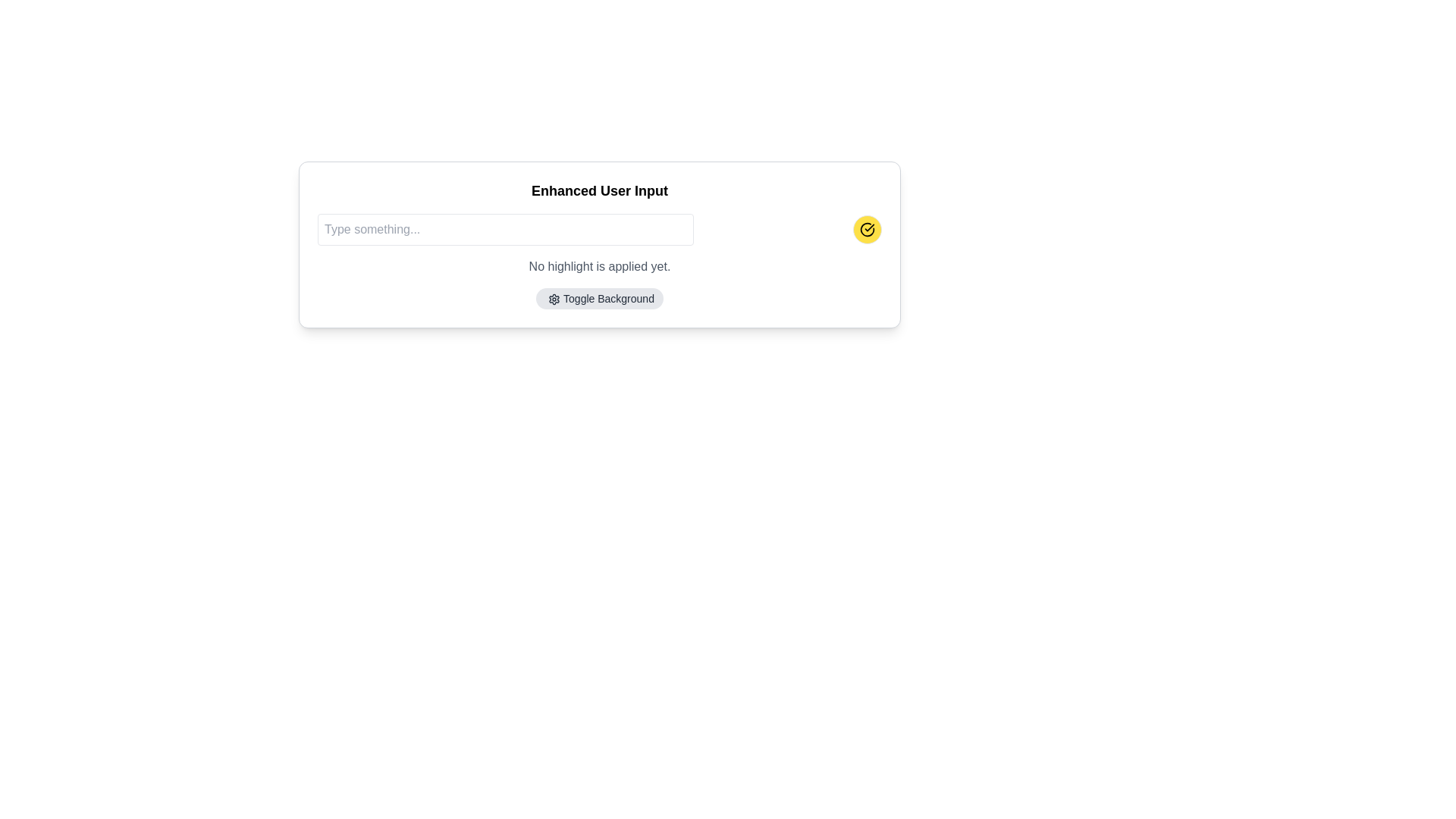 This screenshot has width=1456, height=819. I want to click on the text label that reads 'Enhanced User Input', which is styled in bold and large font at the top of the content area, so click(599, 190).